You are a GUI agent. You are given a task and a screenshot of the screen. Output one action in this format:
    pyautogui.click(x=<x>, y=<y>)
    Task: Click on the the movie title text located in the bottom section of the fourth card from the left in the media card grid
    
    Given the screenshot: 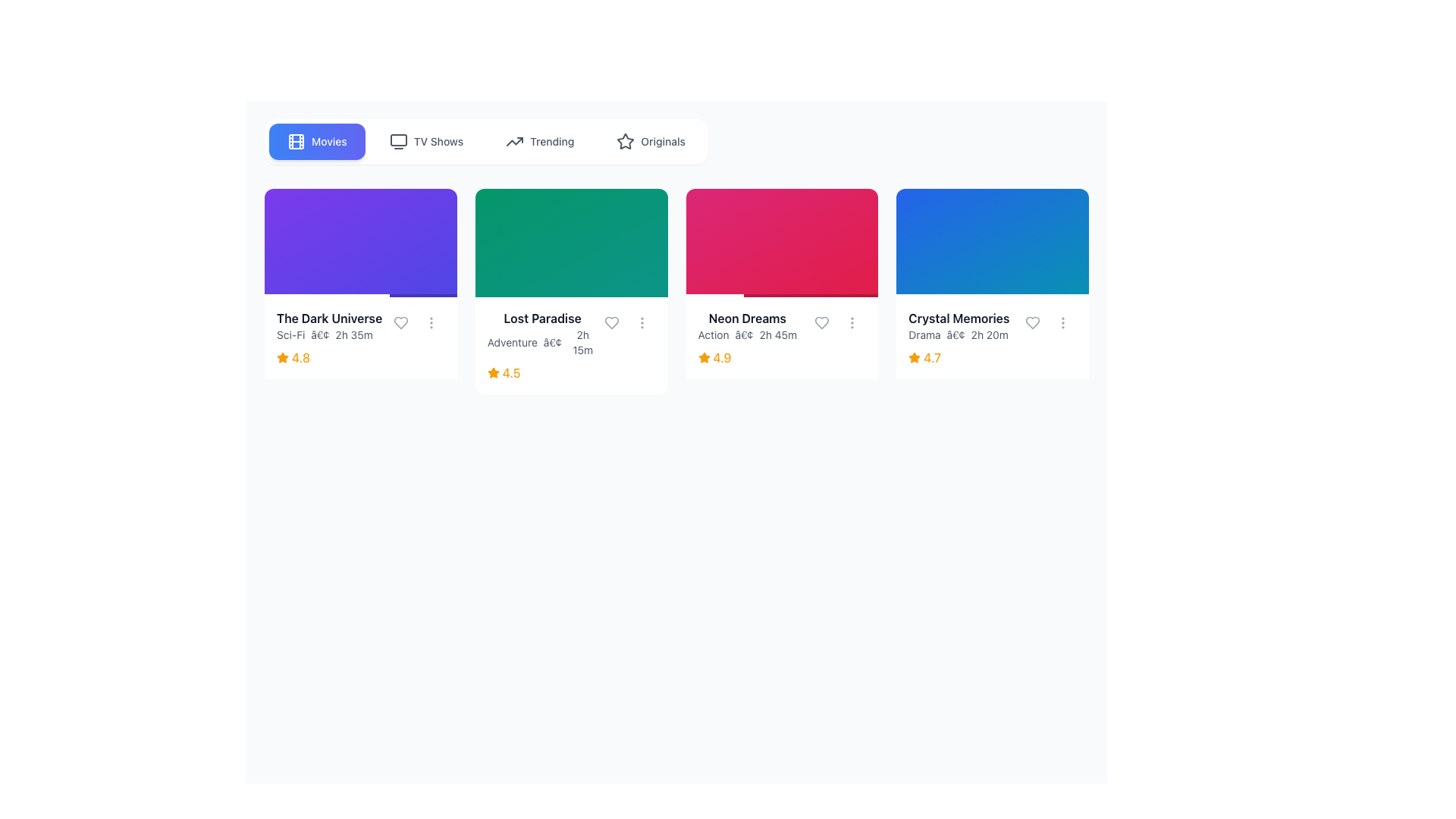 What is the action you would take?
    pyautogui.click(x=958, y=317)
    